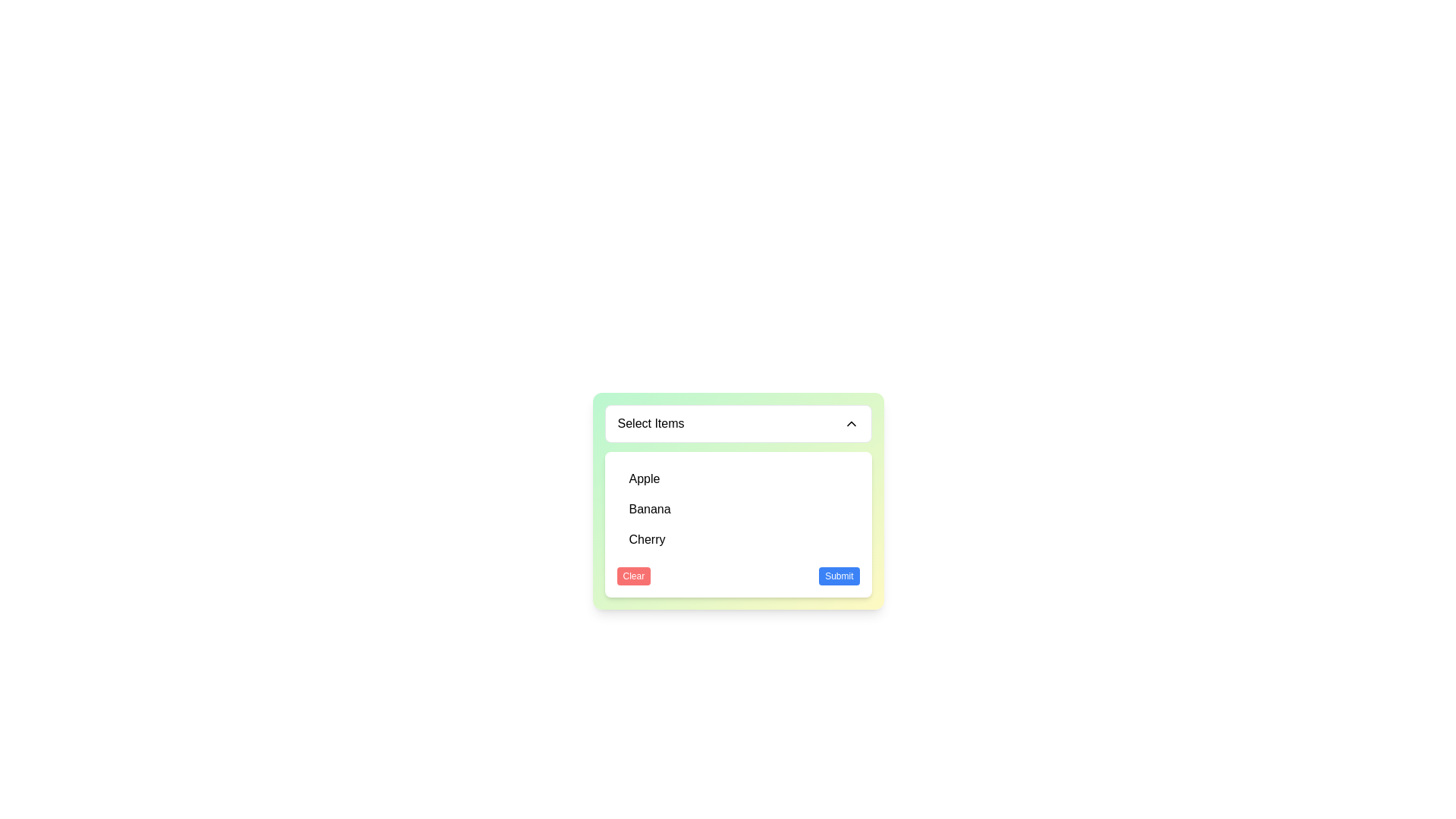 Image resolution: width=1456 pixels, height=819 pixels. What do you see at coordinates (651, 424) in the screenshot?
I see `the Text label that serves as a title for the selection dropdown, located at the top-left corner of the rounded white box above the list of options` at bounding box center [651, 424].